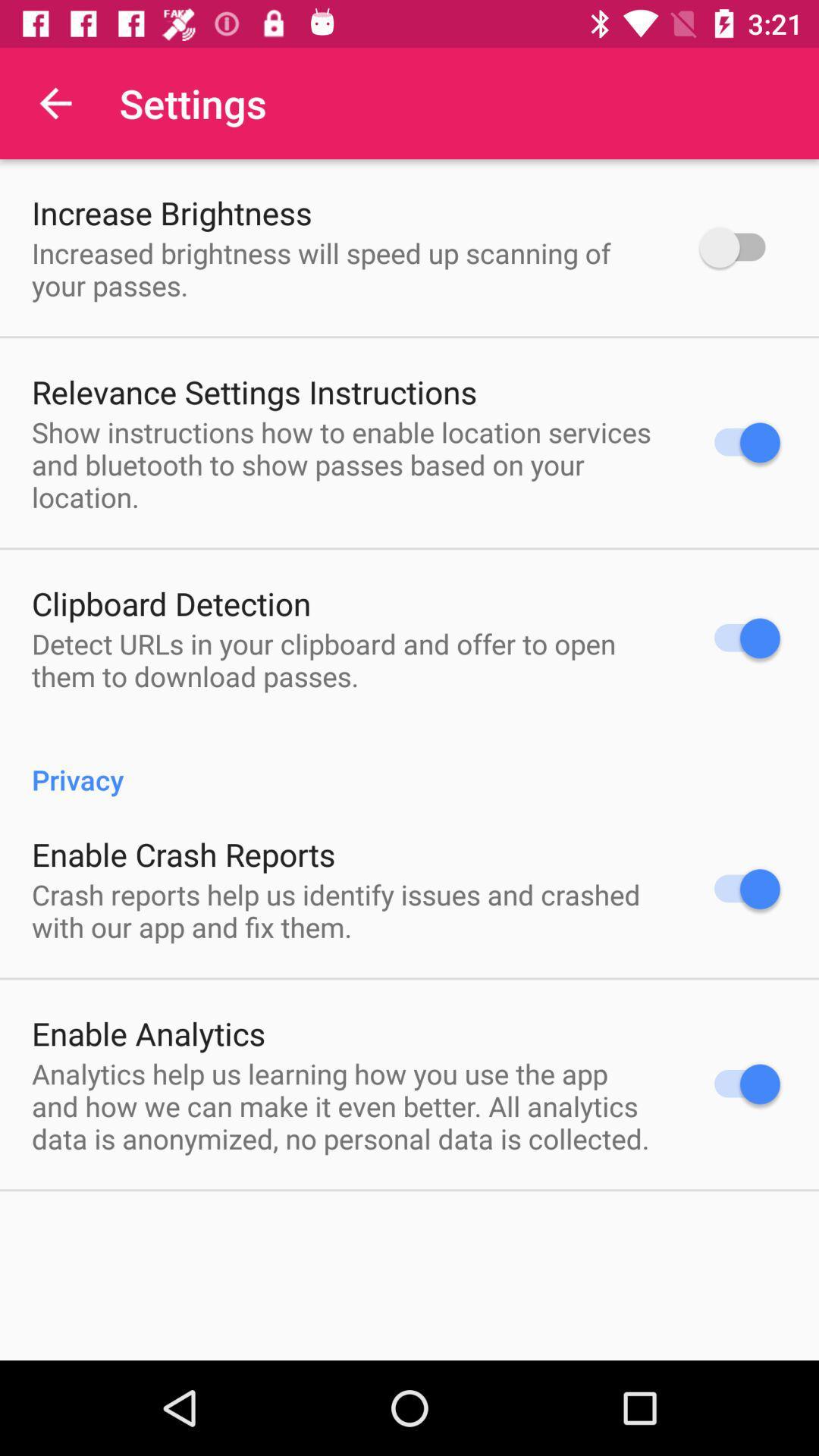 This screenshot has width=819, height=1456. What do you see at coordinates (149, 1032) in the screenshot?
I see `the enable analytics` at bounding box center [149, 1032].